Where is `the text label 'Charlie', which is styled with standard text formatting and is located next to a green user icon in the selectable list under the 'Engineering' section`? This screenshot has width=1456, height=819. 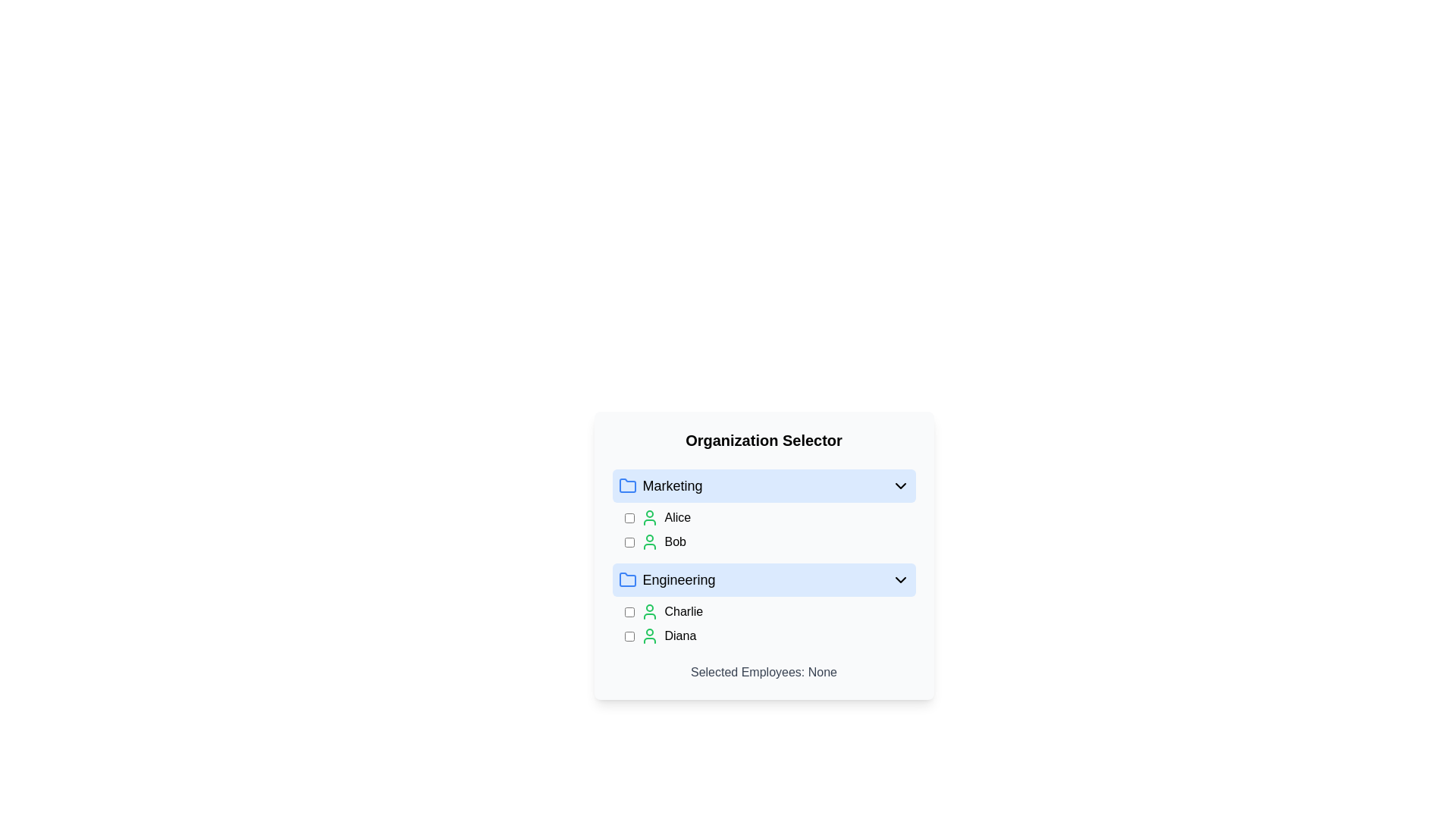
the text label 'Charlie', which is styled with standard text formatting and is located next to a green user icon in the selectable list under the 'Engineering' section is located at coordinates (682, 610).